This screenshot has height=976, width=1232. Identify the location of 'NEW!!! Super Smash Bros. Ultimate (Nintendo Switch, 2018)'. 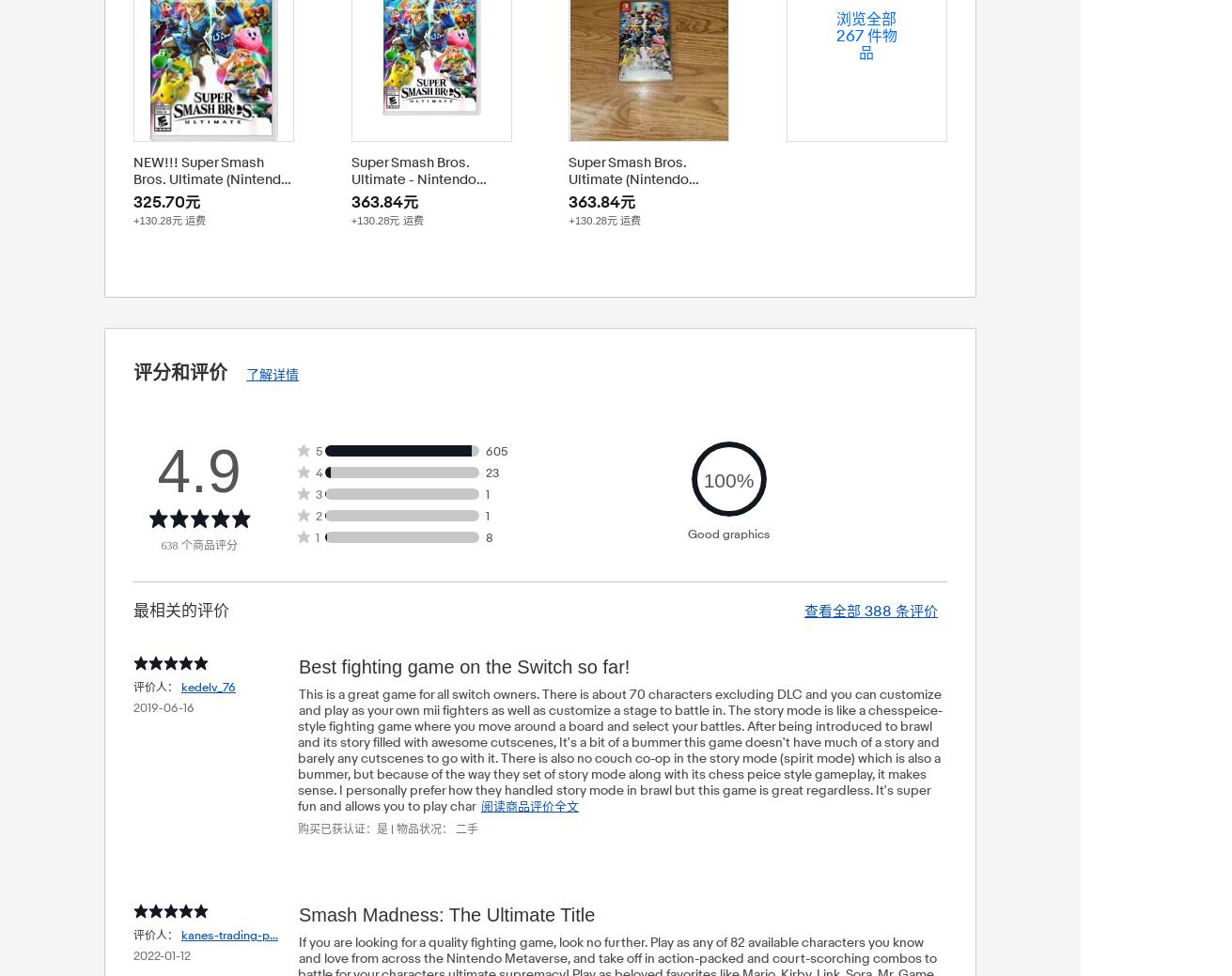
(210, 179).